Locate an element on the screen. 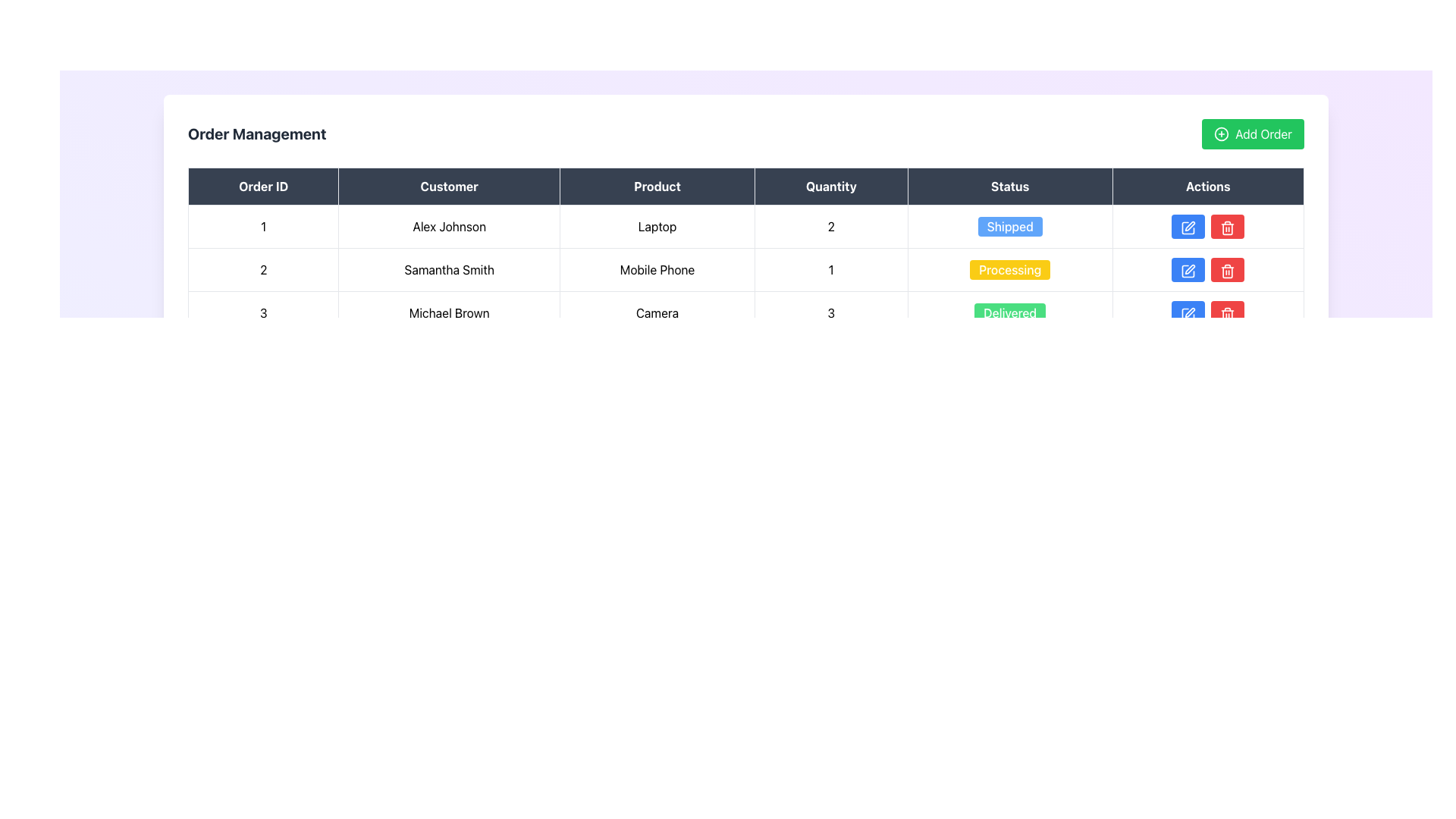  the edit action button located in the first row of the 'Actions' column of the data table to initiate editing is located at coordinates (1187, 227).